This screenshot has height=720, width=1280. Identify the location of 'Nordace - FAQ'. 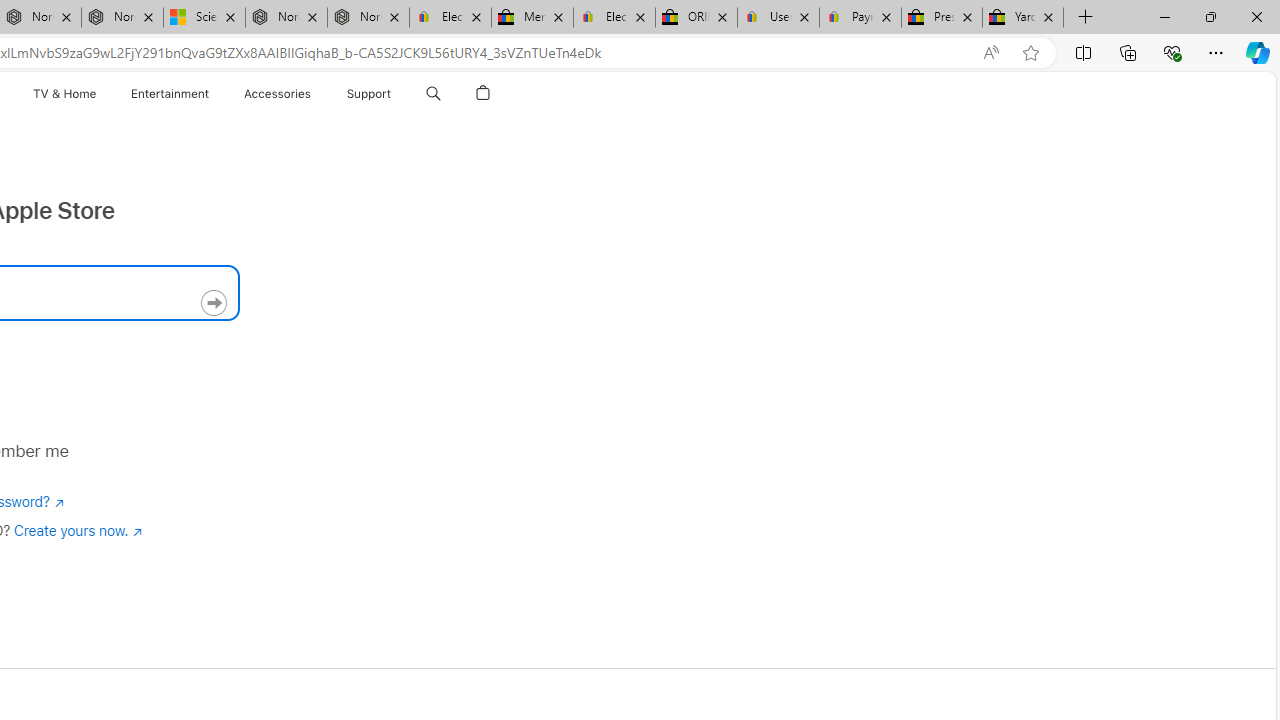
(368, 17).